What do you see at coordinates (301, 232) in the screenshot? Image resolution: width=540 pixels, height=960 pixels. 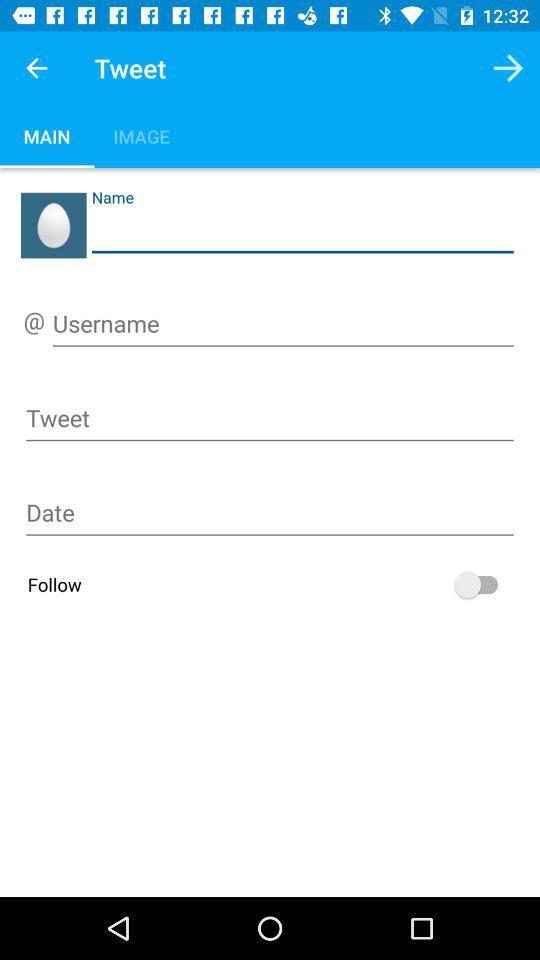 I see `allow to enter name` at bounding box center [301, 232].